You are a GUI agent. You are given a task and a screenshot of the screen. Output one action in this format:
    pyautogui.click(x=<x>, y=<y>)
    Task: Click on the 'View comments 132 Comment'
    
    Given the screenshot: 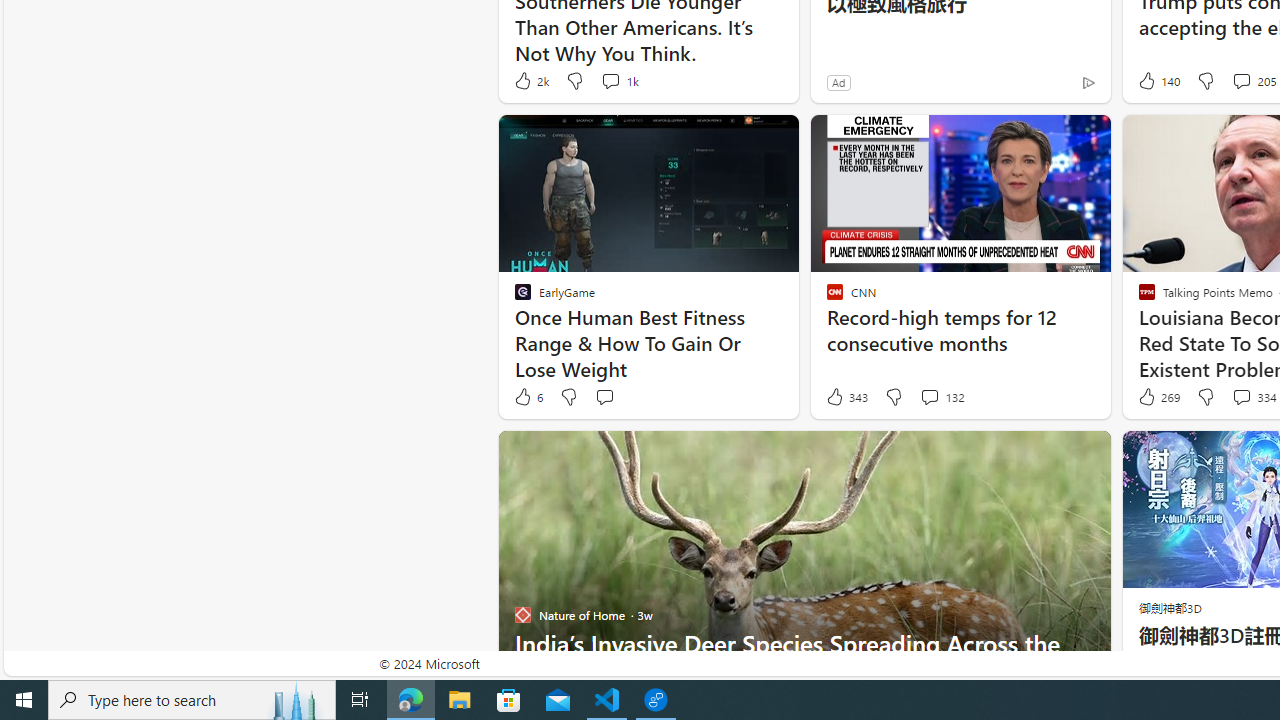 What is the action you would take?
    pyautogui.click(x=941, y=397)
    